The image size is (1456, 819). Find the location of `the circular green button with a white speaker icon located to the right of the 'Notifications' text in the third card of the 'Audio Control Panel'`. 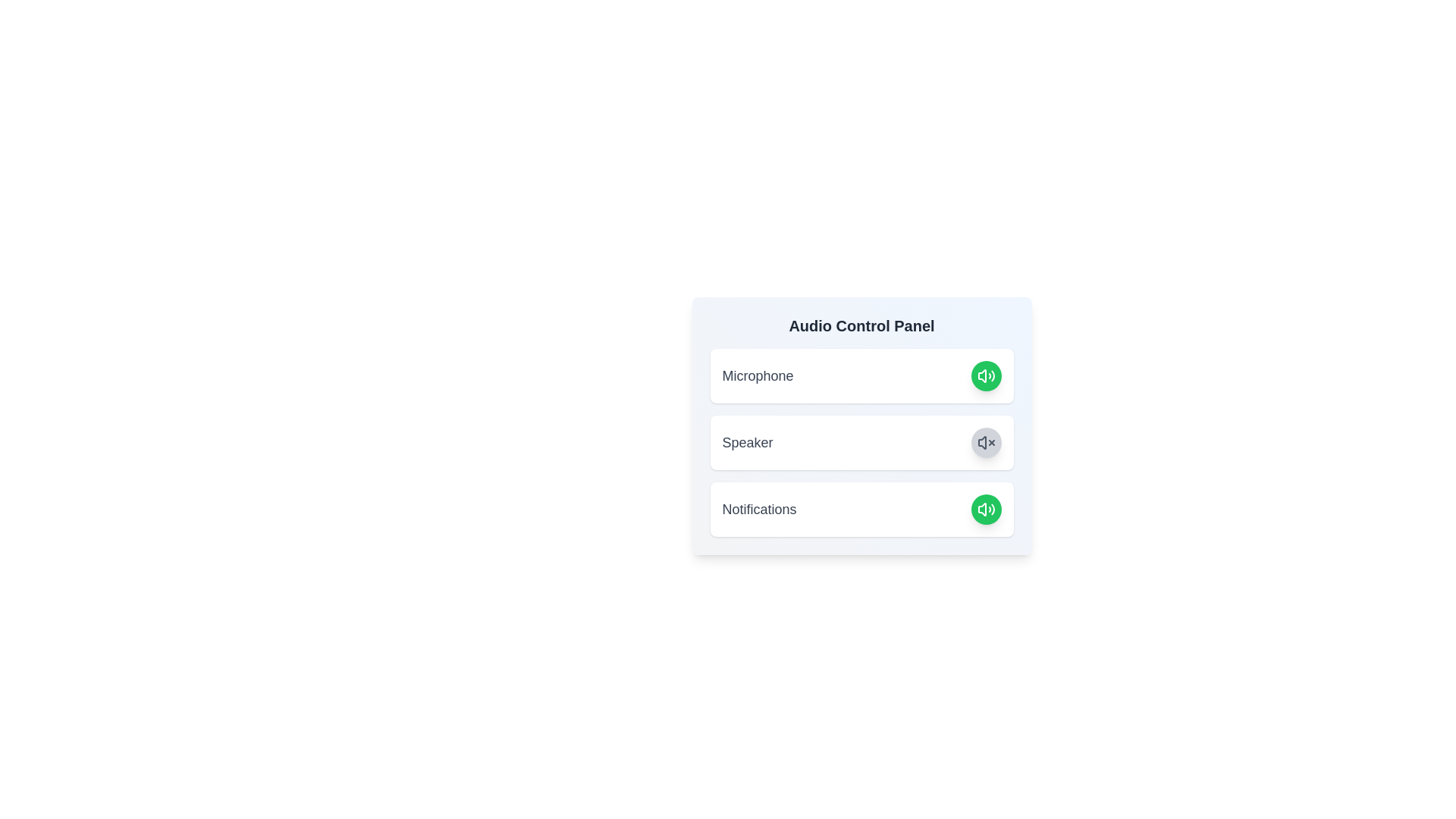

the circular green button with a white speaker icon located to the right of the 'Notifications' text in the third card of the 'Audio Control Panel' is located at coordinates (986, 509).